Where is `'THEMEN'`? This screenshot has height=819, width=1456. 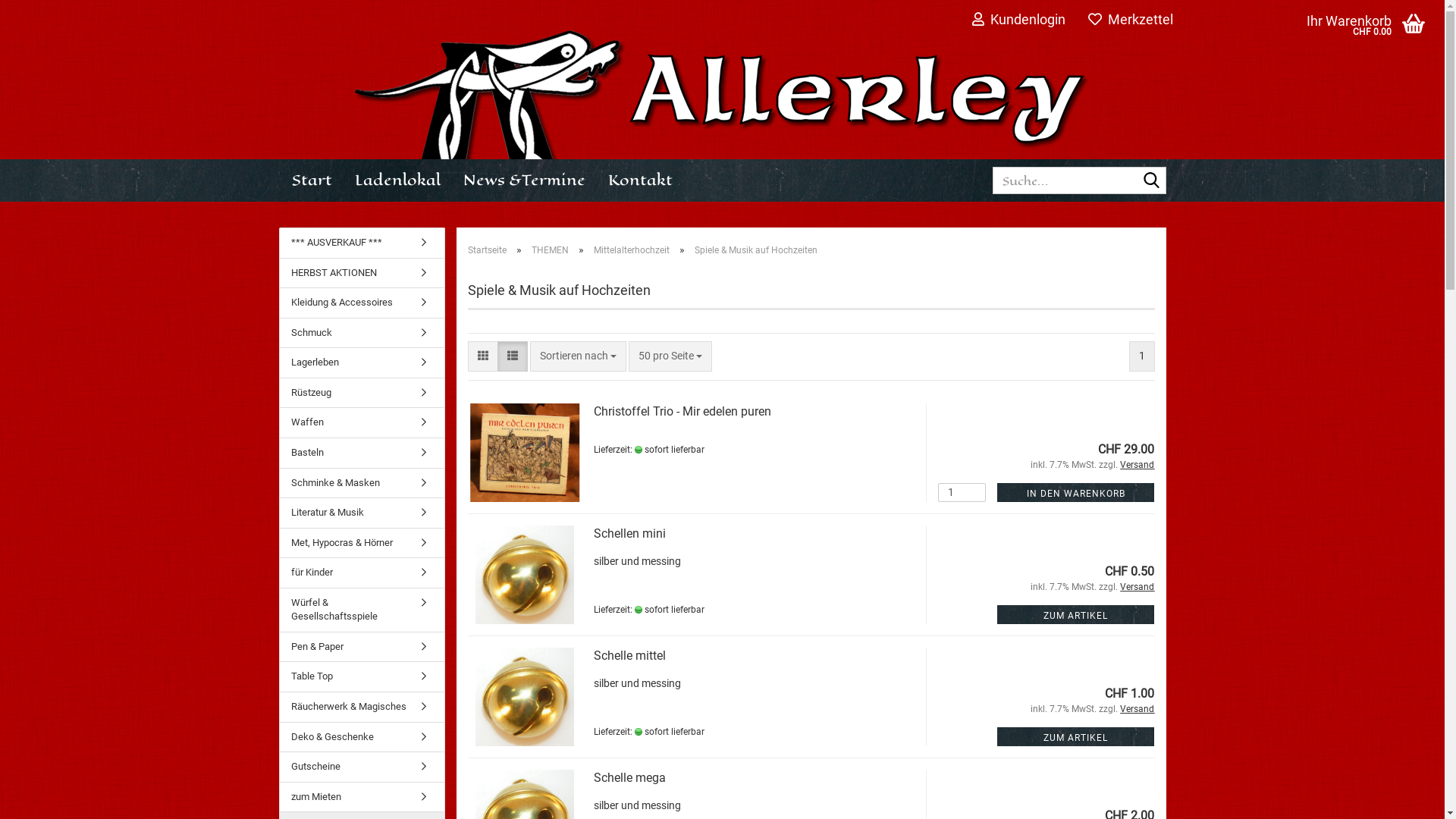
'THEMEN' is located at coordinates (548, 249).